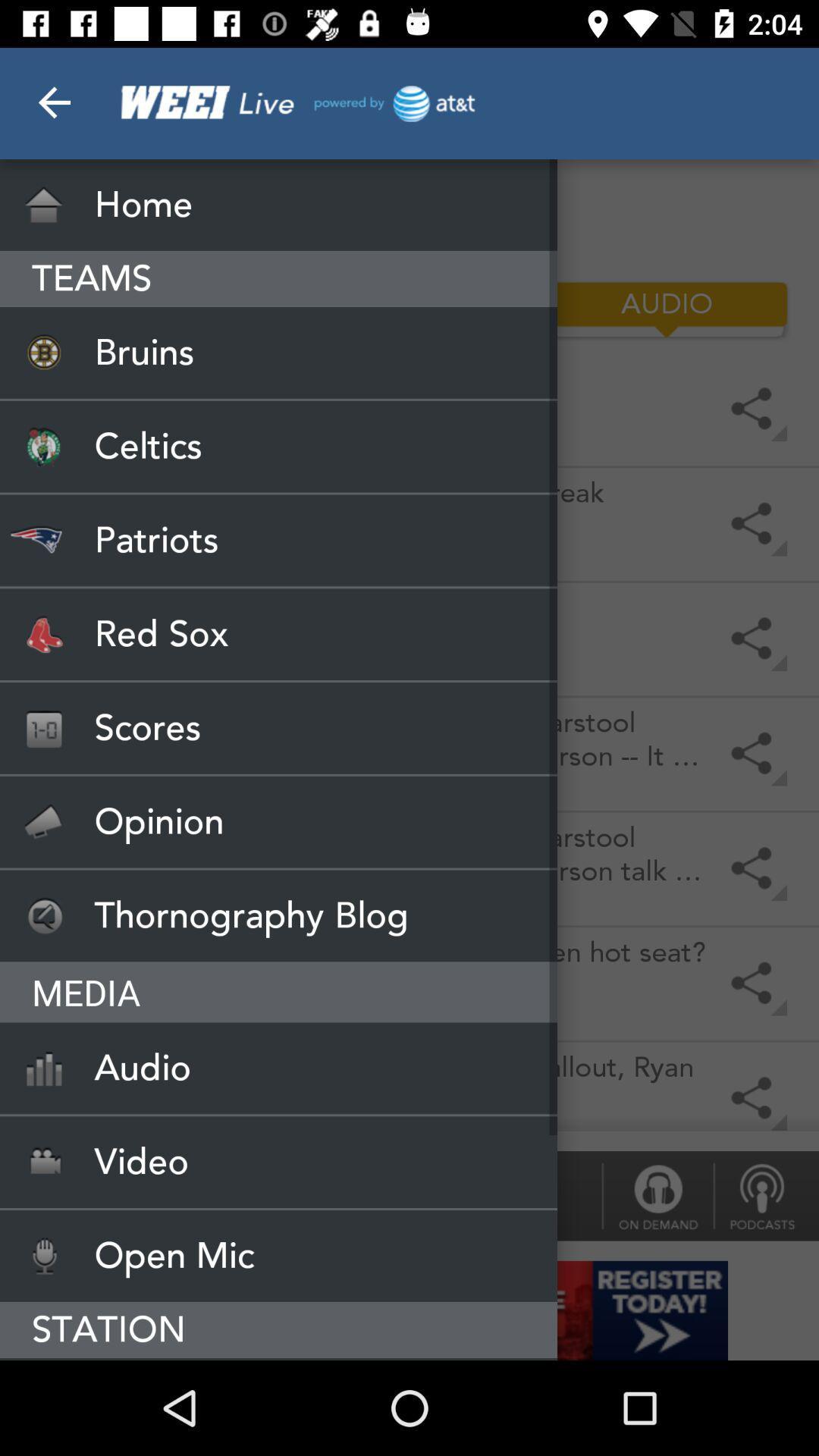 The image size is (819, 1456). I want to click on the red sox icon, so click(278, 634).